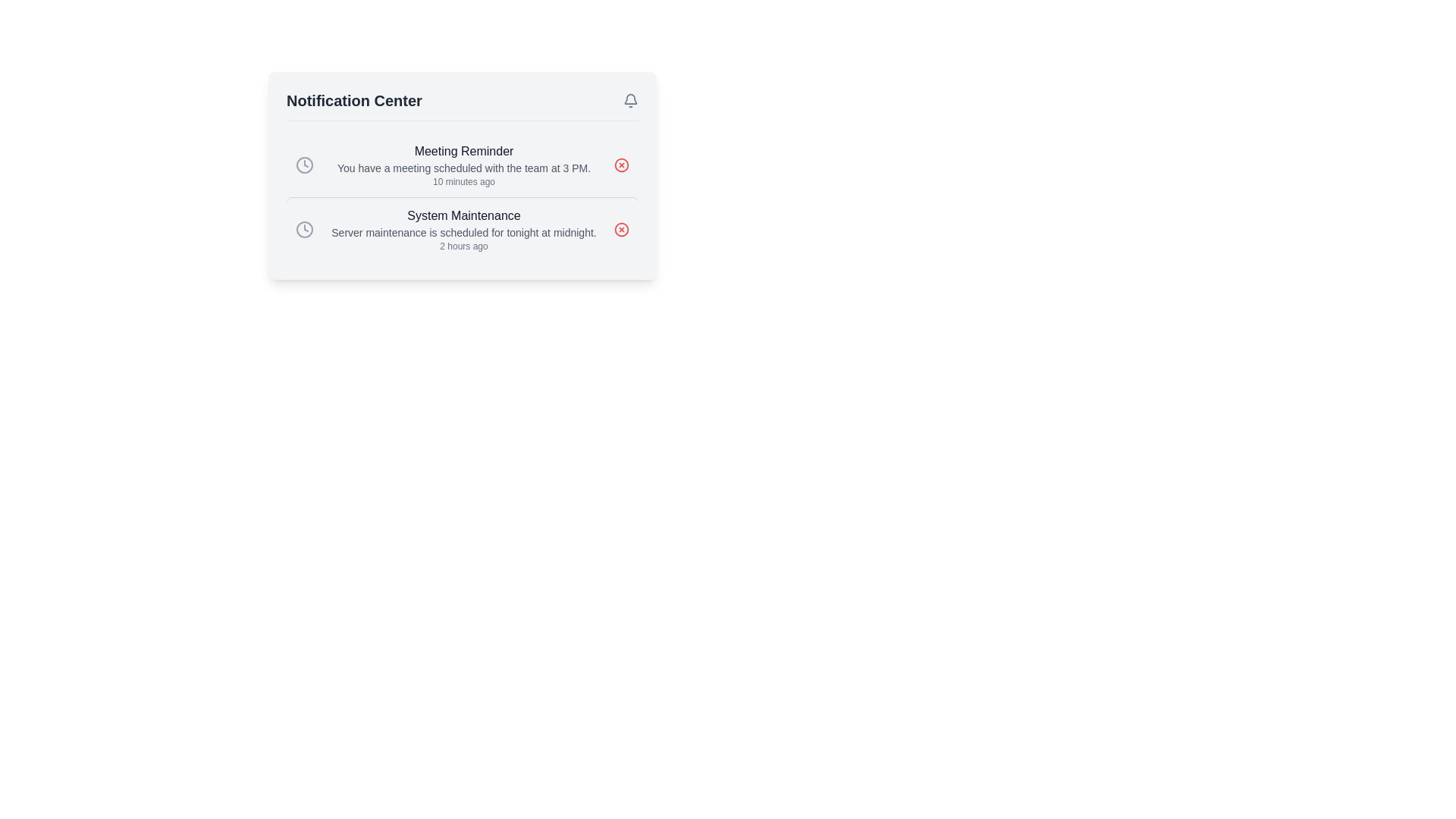 This screenshot has width=1456, height=819. I want to click on the central circular part of the 'Meeting Reminder' notification icon, so click(622, 165).